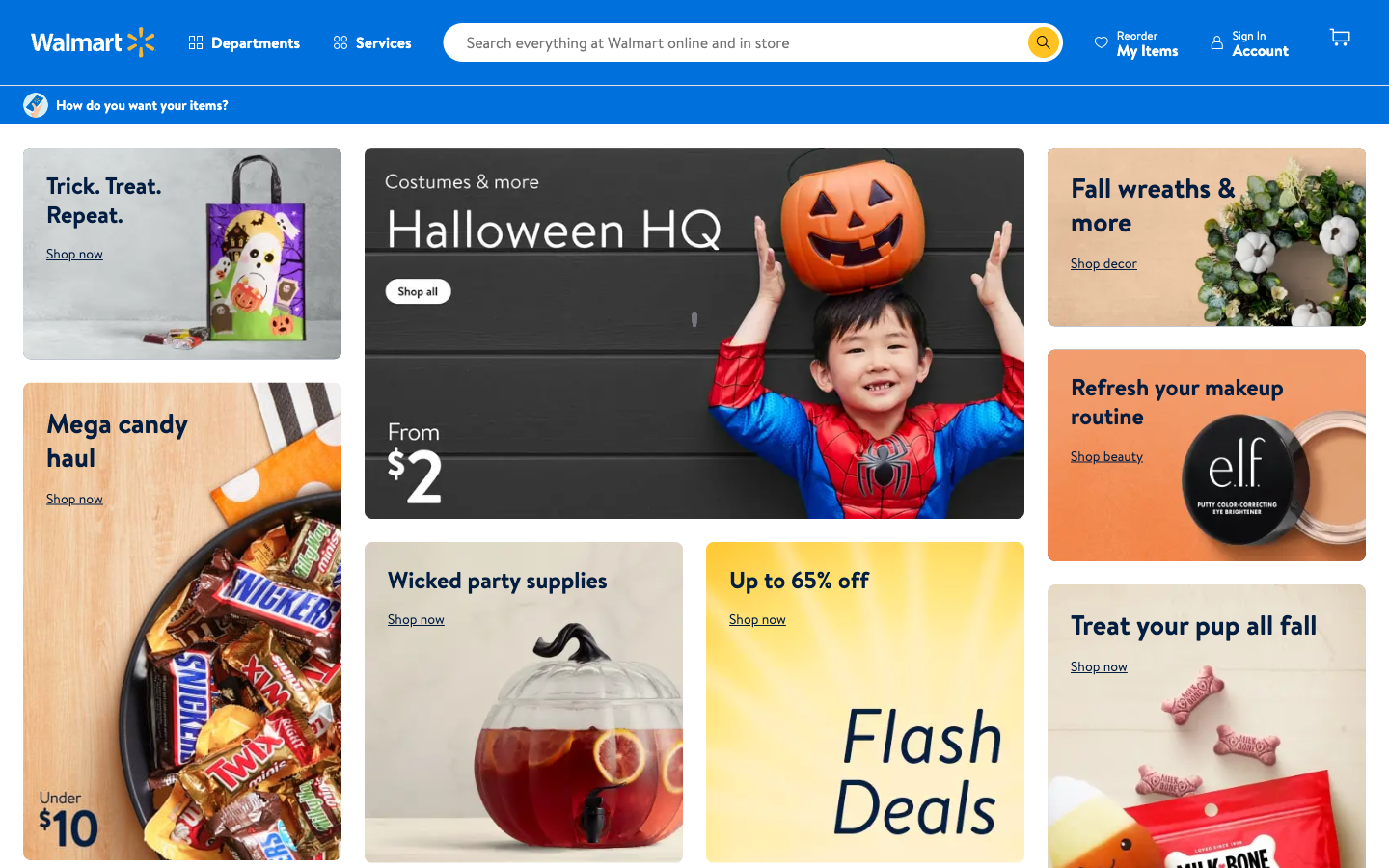 This screenshot has height=868, width=1389. What do you see at coordinates (1248, 41) in the screenshot?
I see `the account page` at bounding box center [1248, 41].